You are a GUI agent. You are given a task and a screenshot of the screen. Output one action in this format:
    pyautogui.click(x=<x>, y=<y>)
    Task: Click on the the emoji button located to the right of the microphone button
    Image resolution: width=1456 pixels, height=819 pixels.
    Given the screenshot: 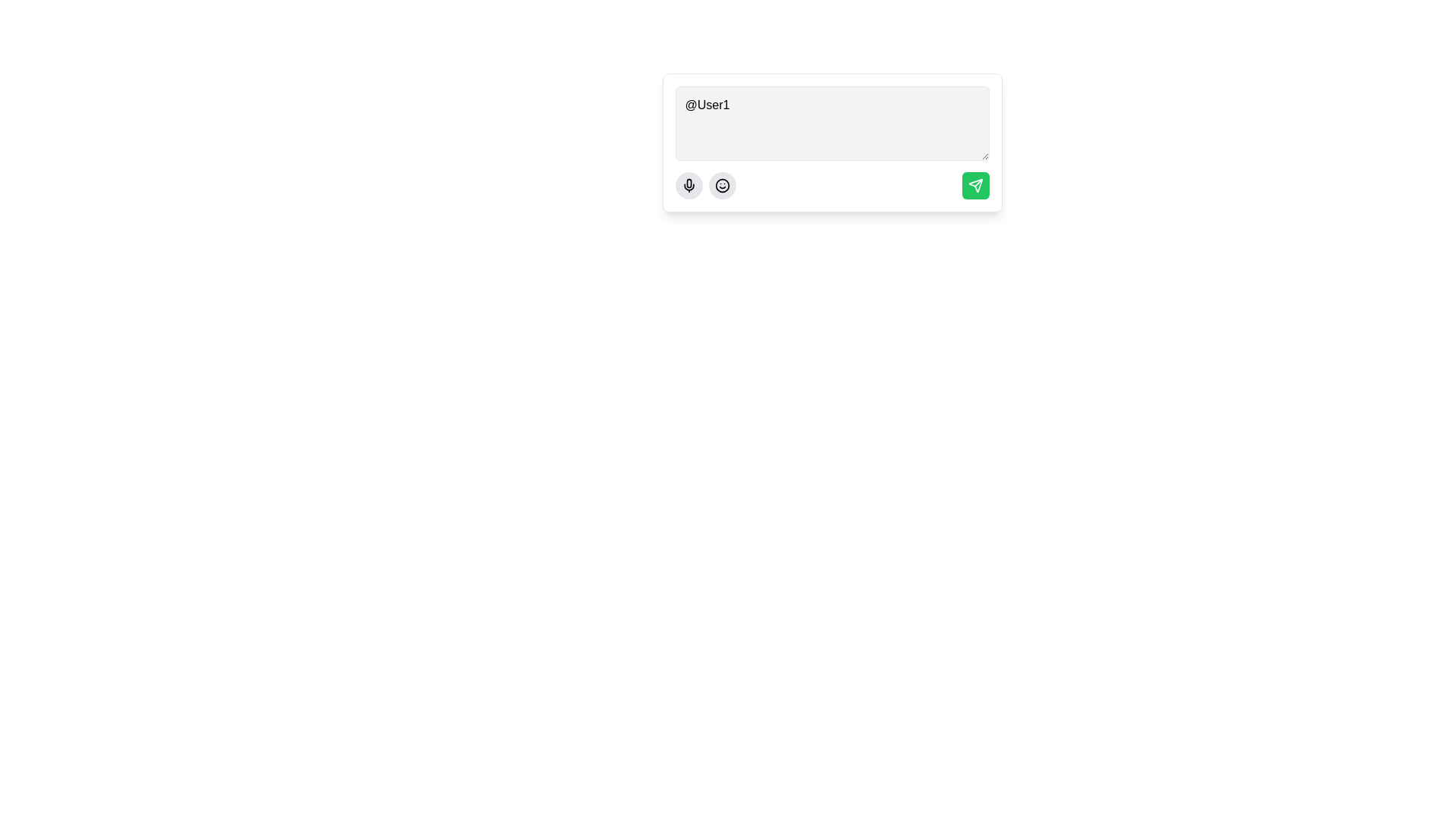 What is the action you would take?
    pyautogui.click(x=721, y=185)
    